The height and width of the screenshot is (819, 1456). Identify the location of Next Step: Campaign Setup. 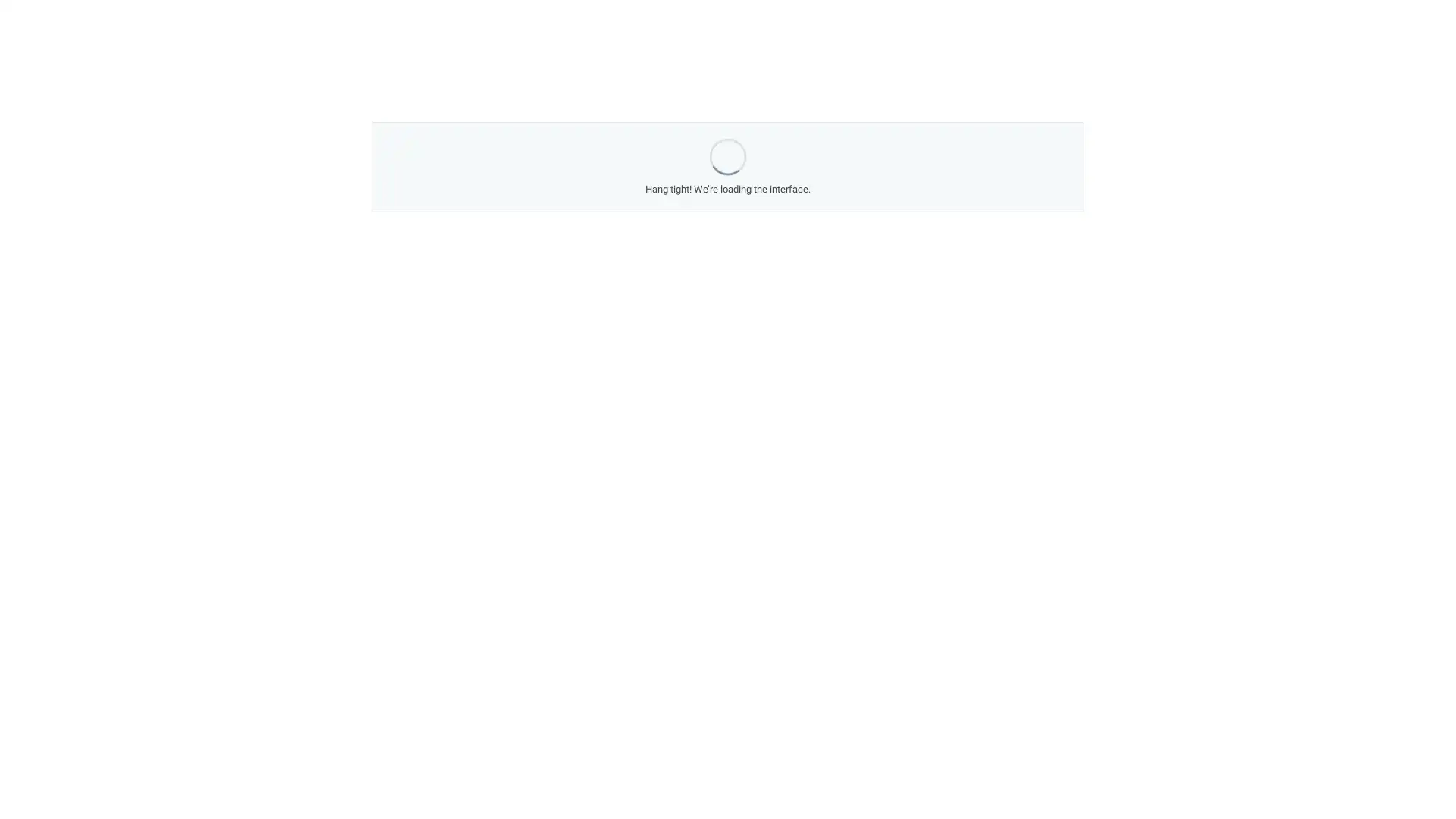
(850, 540).